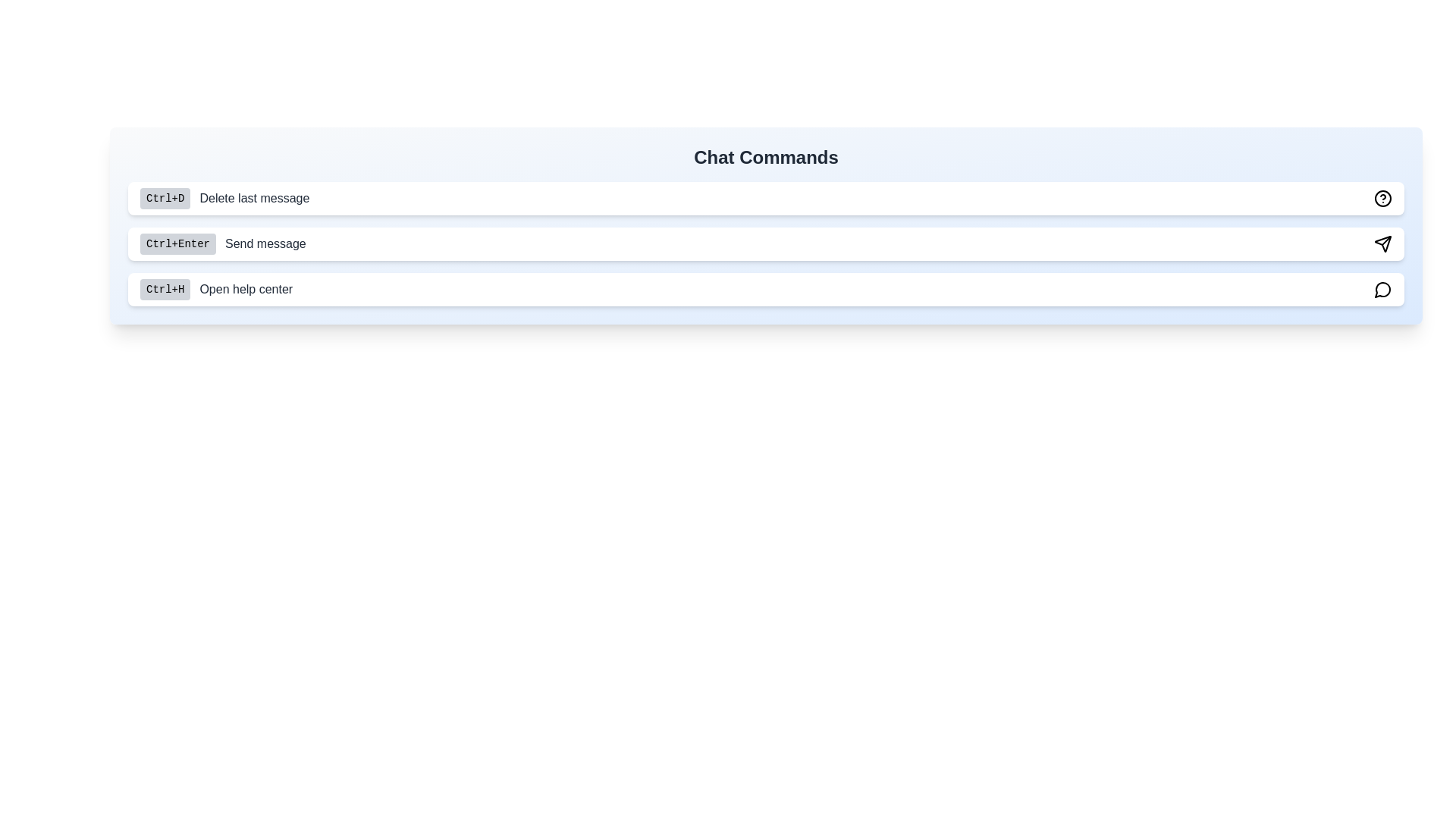 This screenshot has height=819, width=1456. What do you see at coordinates (1383, 289) in the screenshot?
I see `the minimalist speech bubble icon with a black outline located to the right of the 'Ctrl+H Open help center' button` at bounding box center [1383, 289].